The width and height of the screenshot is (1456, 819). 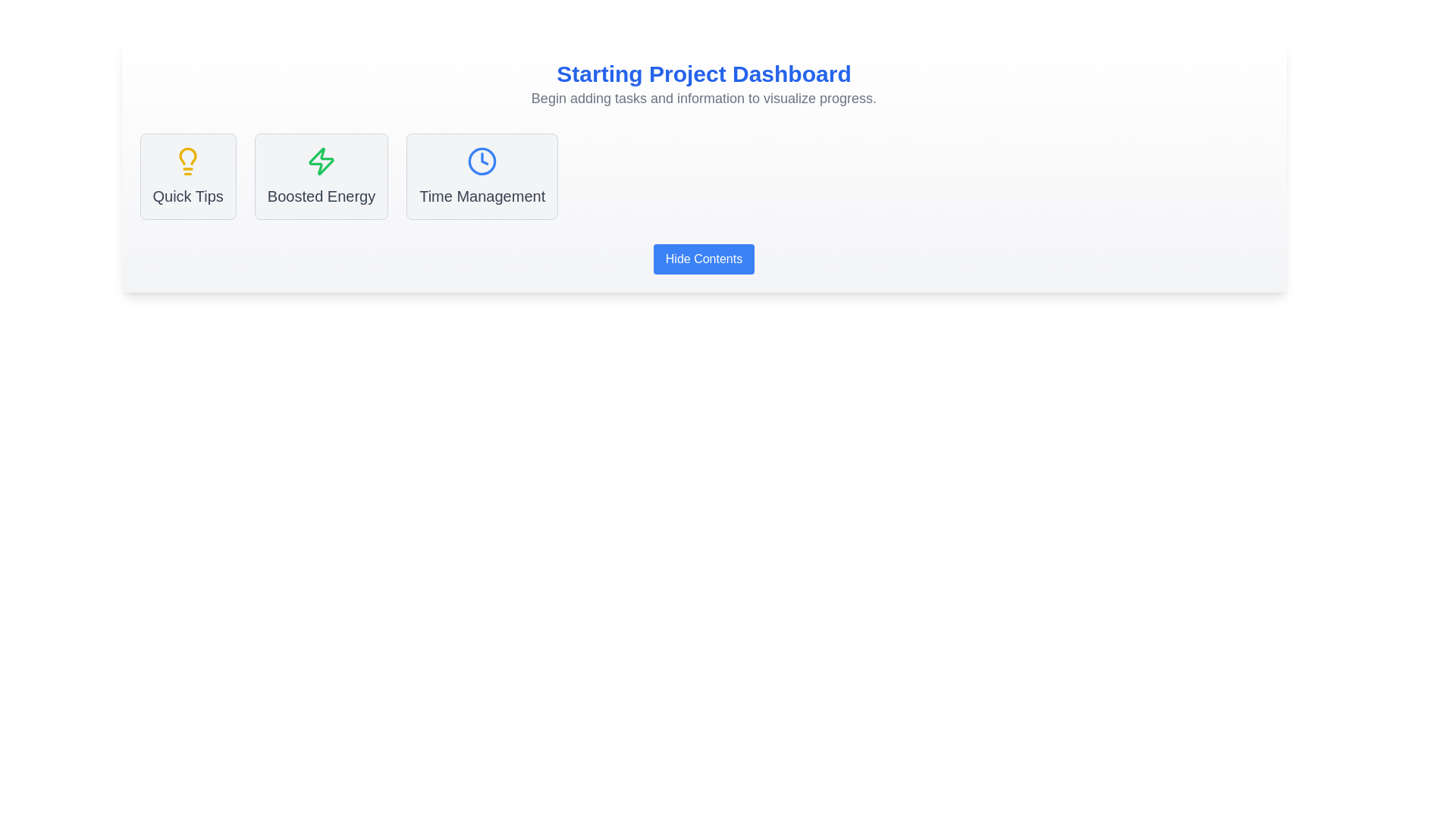 What do you see at coordinates (702, 259) in the screenshot?
I see `the button located below the main heading 'Starting Project Dashboard'` at bounding box center [702, 259].